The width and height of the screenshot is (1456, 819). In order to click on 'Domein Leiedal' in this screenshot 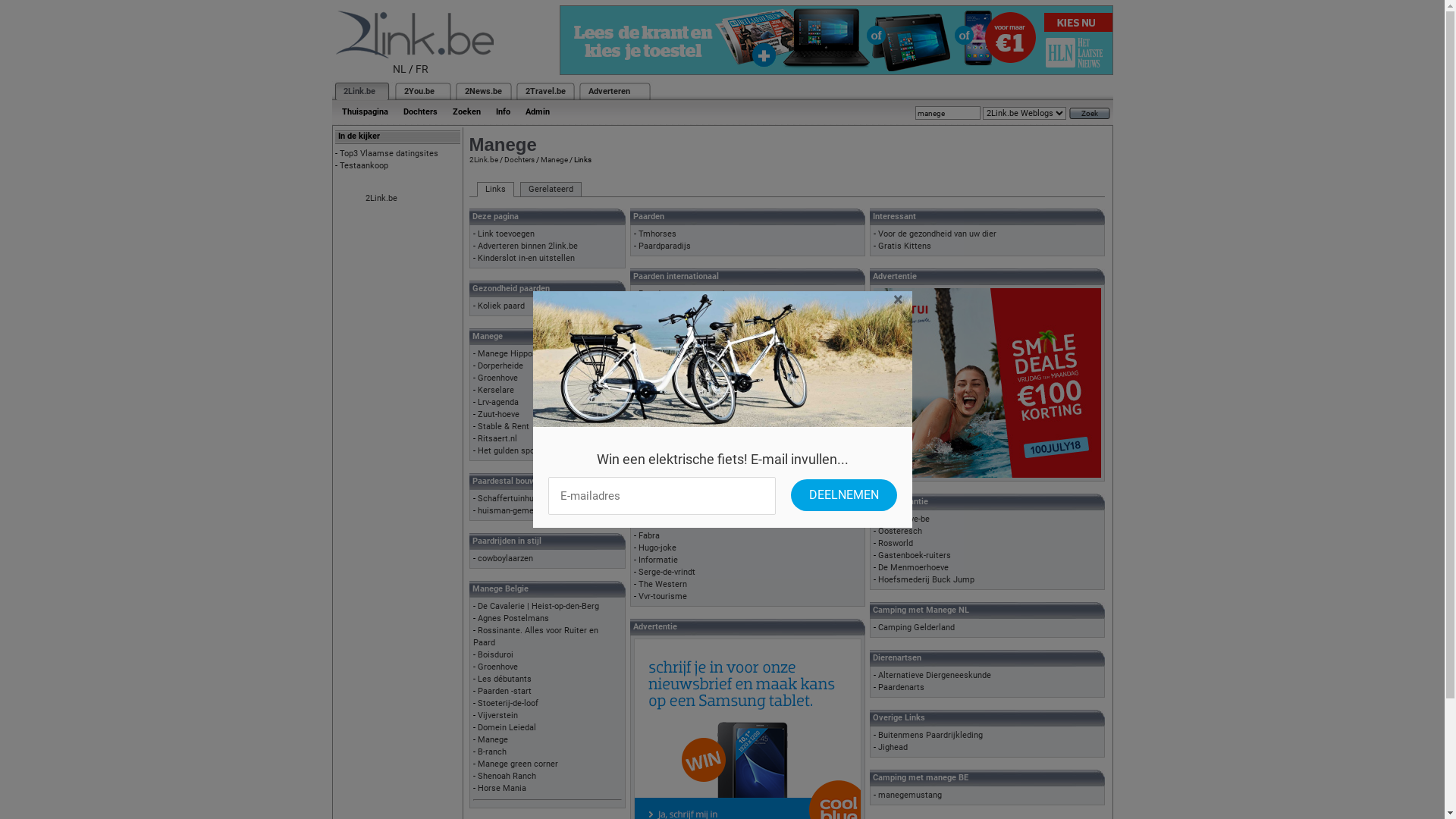, I will do `click(507, 726)`.